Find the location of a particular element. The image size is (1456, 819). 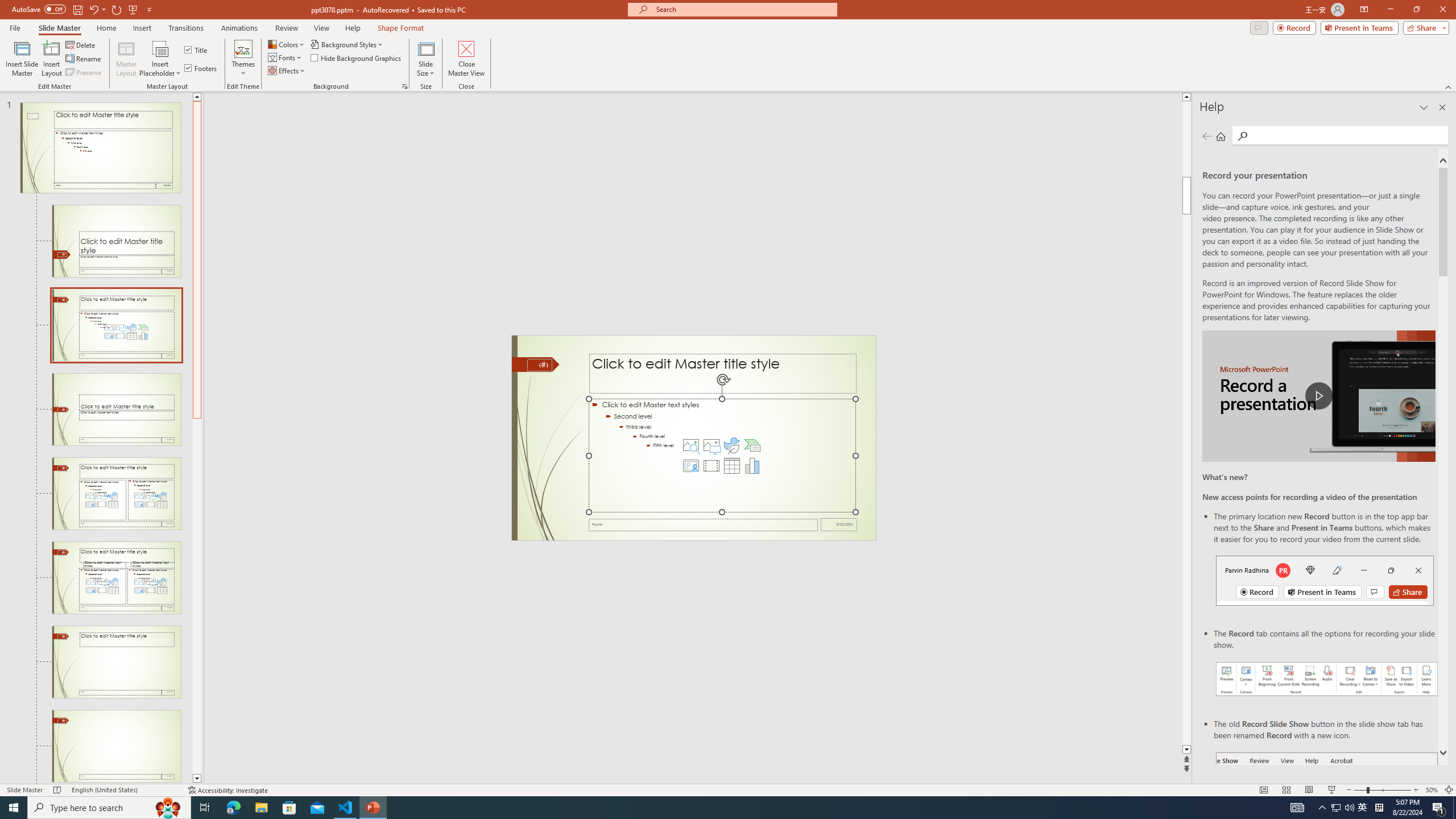

'Slide Blank Layout: used by no slides' is located at coordinates (115, 745).